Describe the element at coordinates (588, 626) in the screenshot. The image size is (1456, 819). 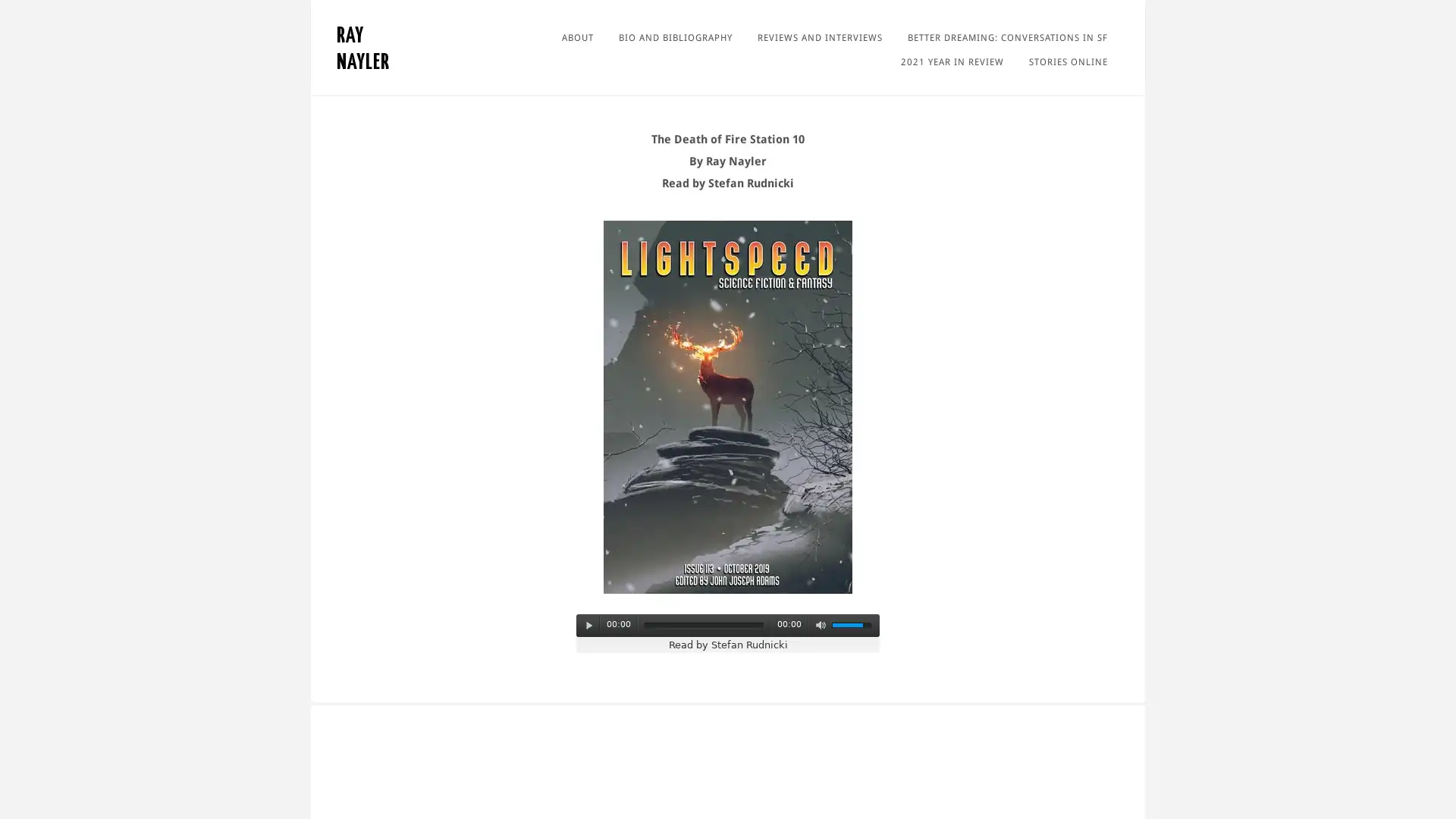
I see `Play/Pause` at that location.